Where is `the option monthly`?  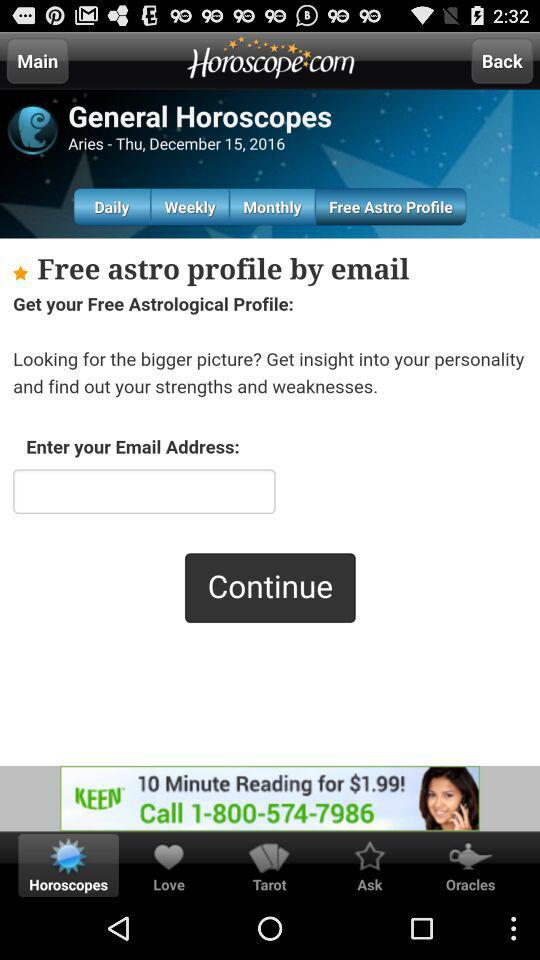 the option monthly is located at coordinates (271, 206).